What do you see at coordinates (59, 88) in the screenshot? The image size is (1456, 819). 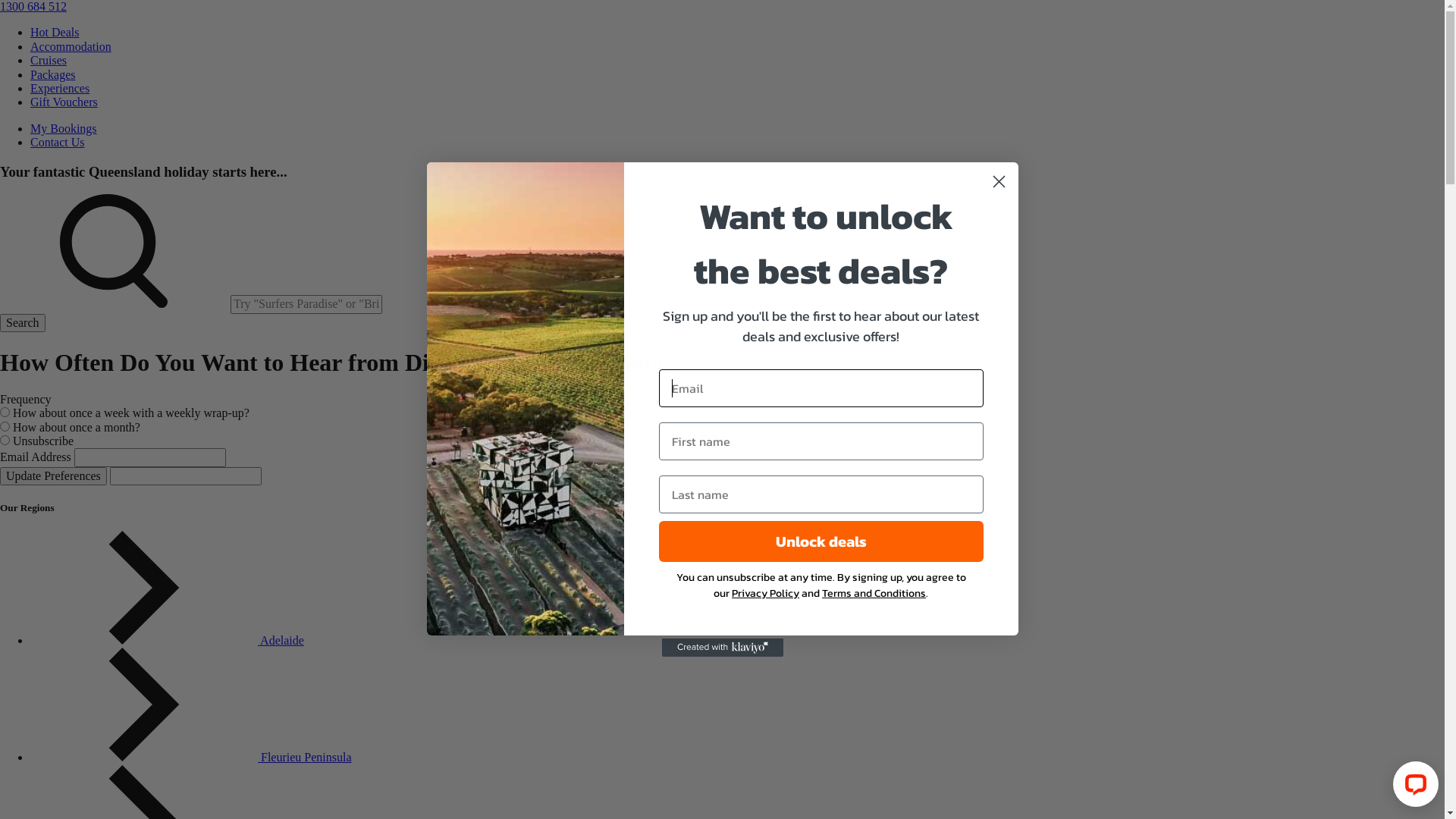 I see `'Experiences'` at bounding box center [59, 88].